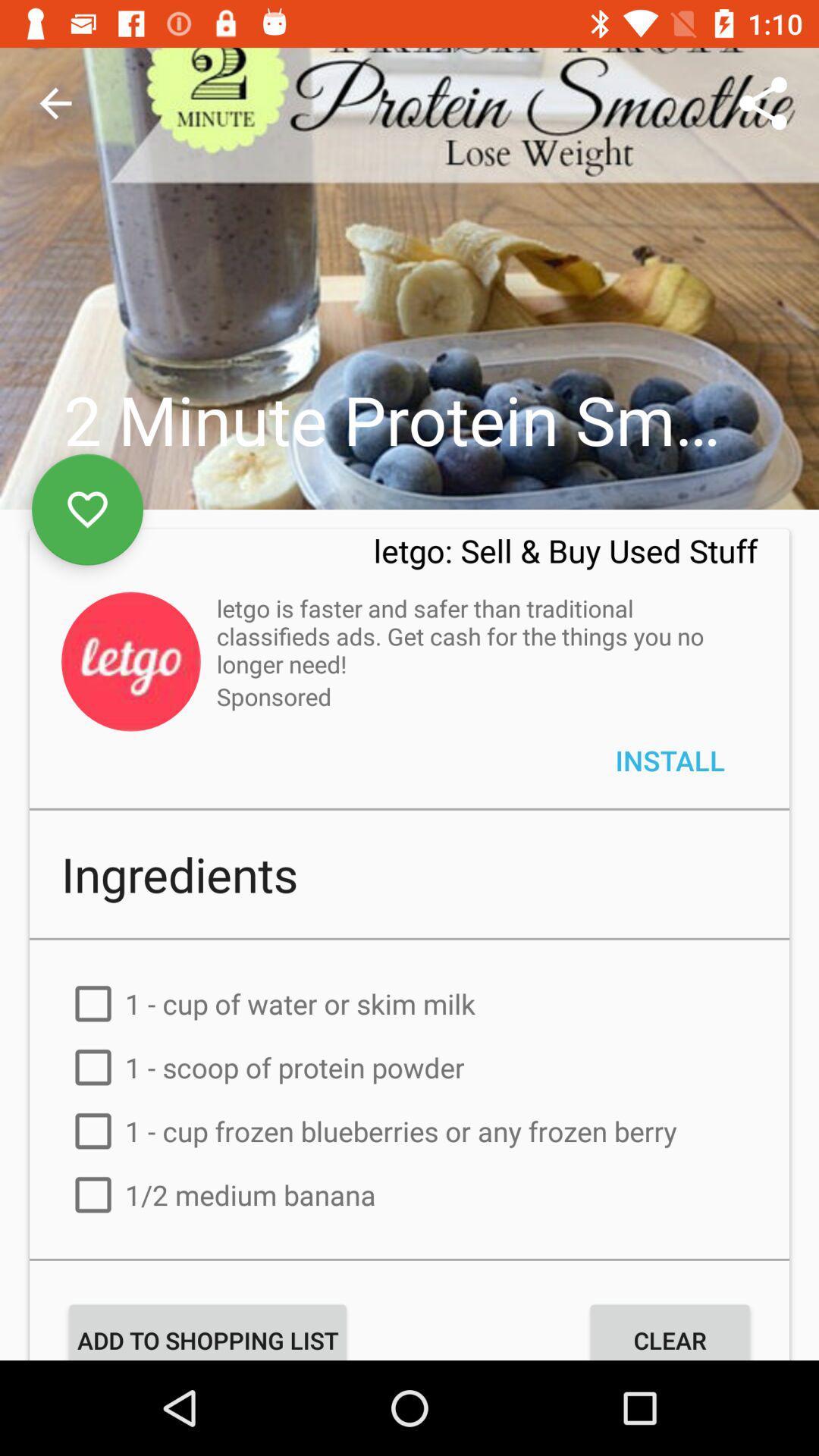 Image resolution: width=819 pixels, height=1456 pixels. What do you see at coordinates (409, 1290) in the screenshot?
I see `shopping click option` at bounding box center [409, 1290].